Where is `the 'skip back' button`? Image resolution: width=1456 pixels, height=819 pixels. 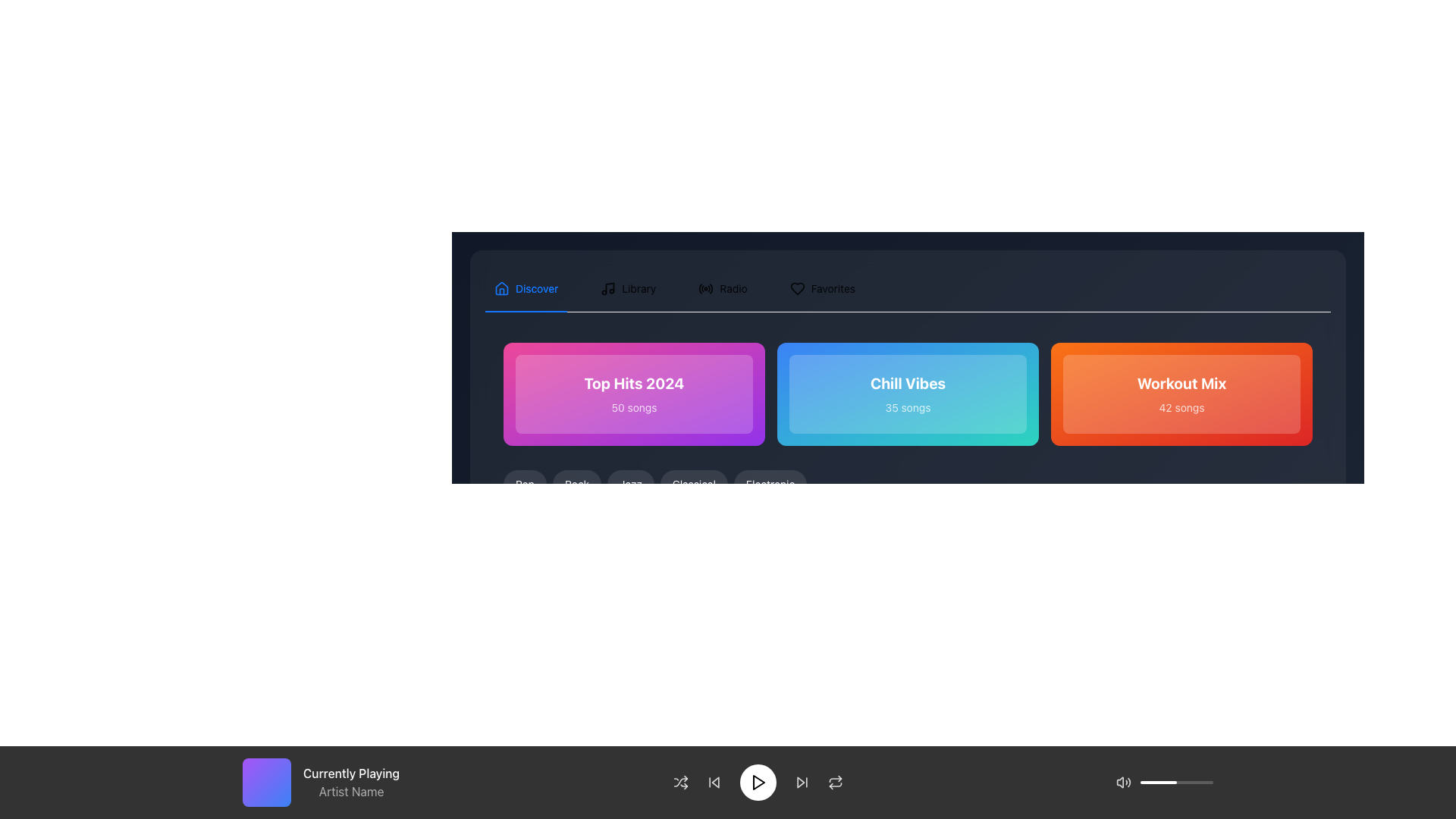
the 'skip back' button is located at coordinates (714, 783).